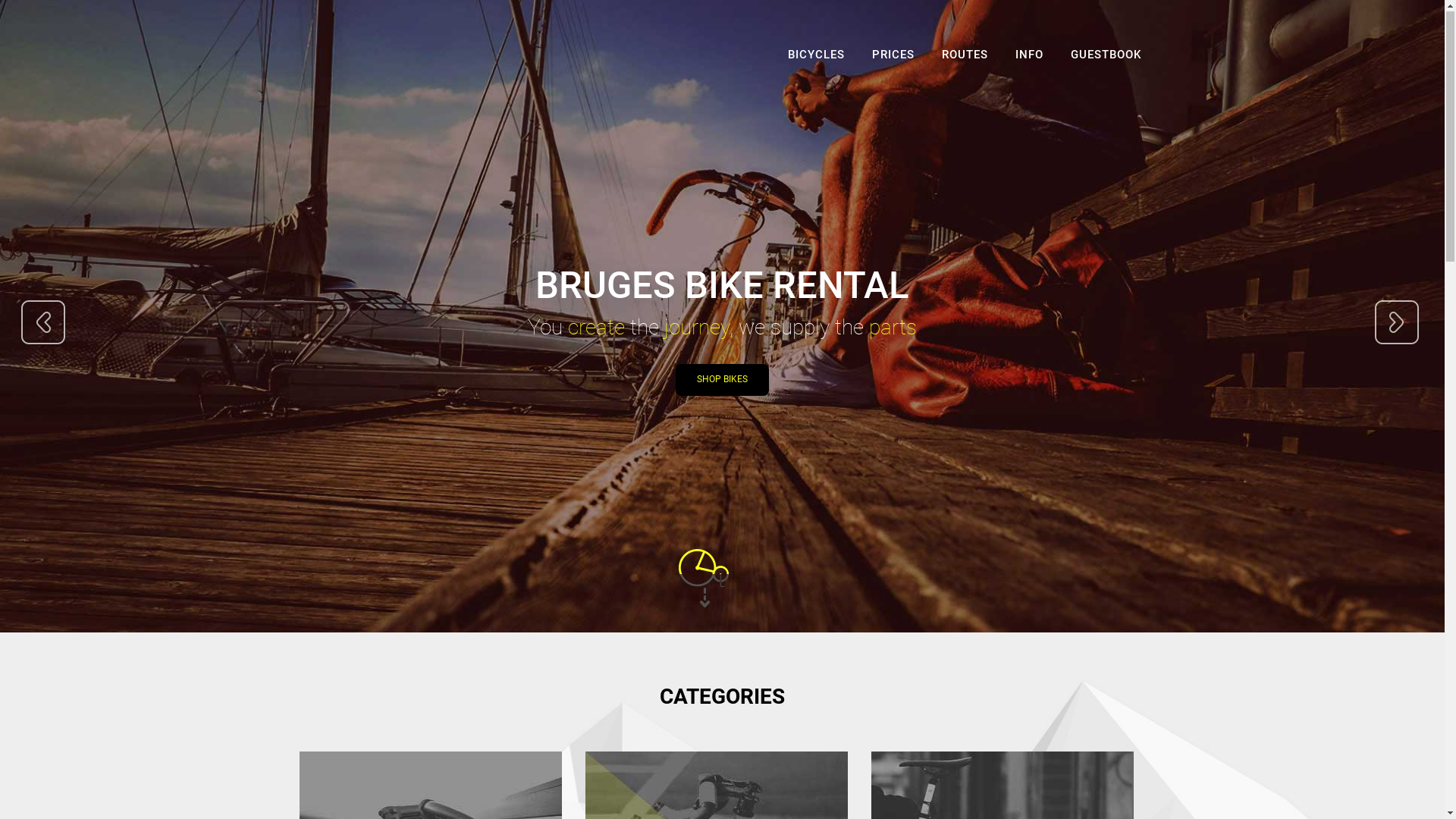 The image size is (1456, 819). What do you see at coordinates (893, 58) in the screenshot?
I see `'PRICES'` at bounding box center [893, 58].